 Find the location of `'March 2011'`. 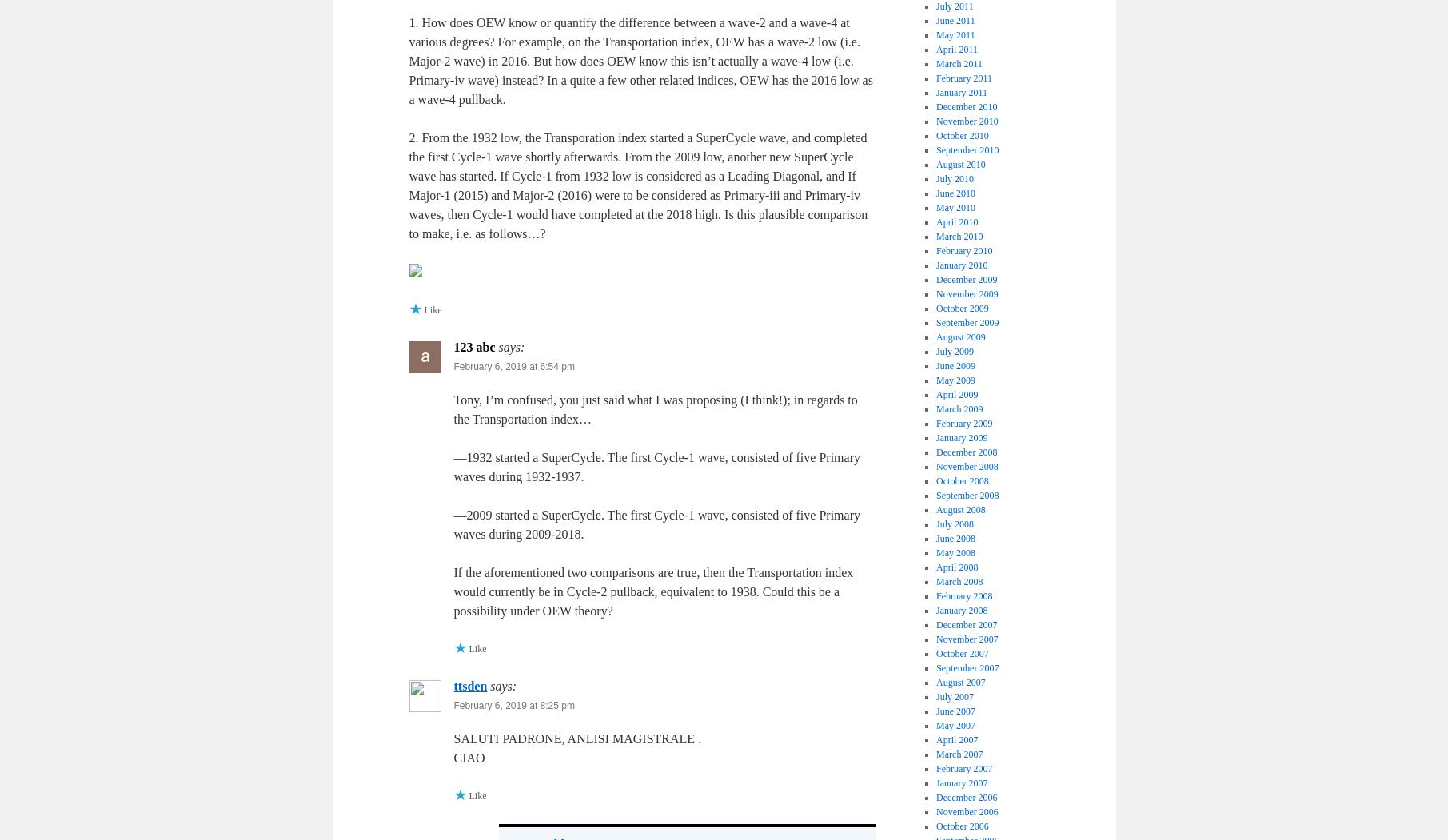

'March 2011' is located at coordinates (958, 62).